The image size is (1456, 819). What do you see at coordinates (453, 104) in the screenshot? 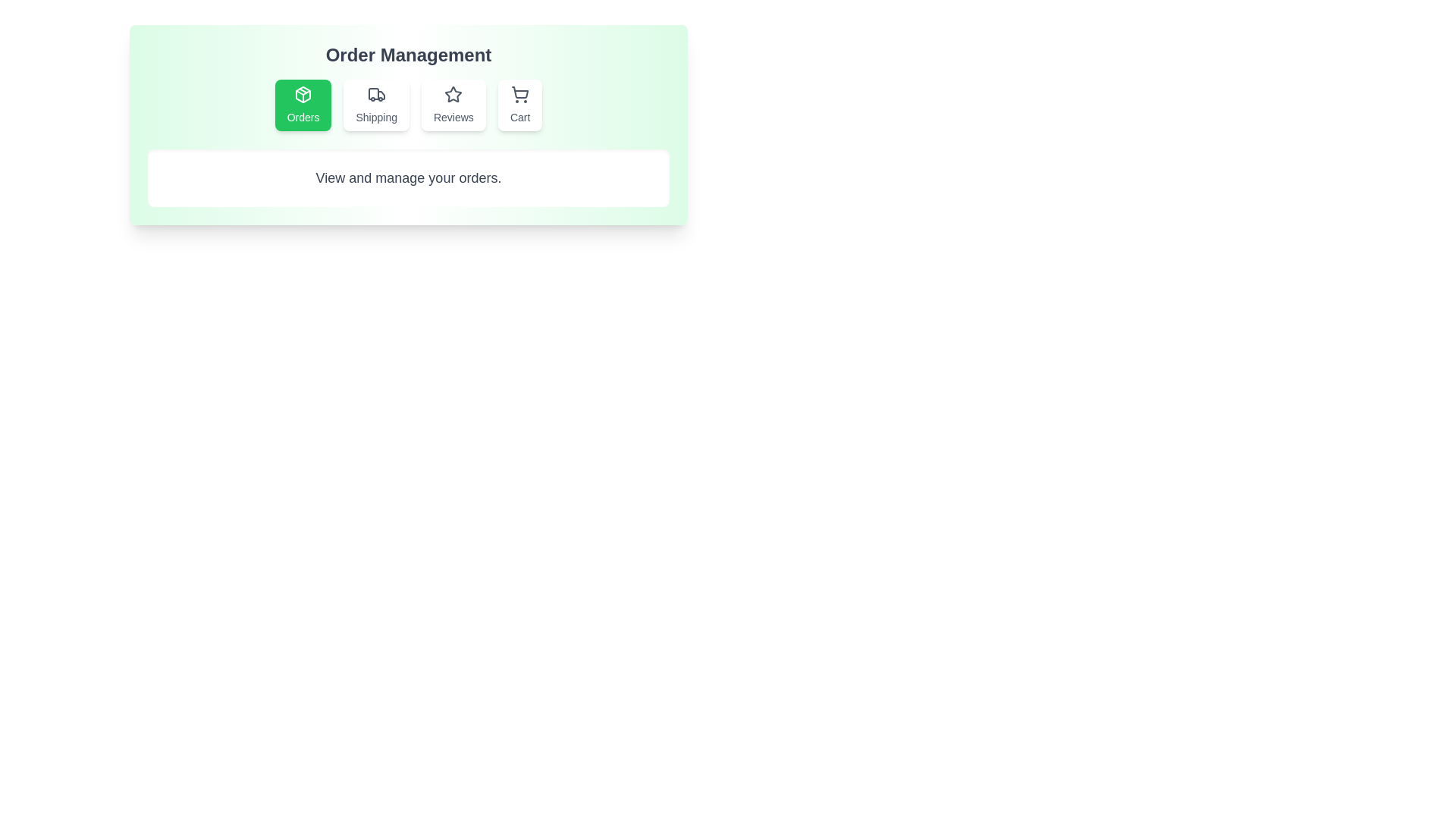
I see `the 'Reviews' button located between the 'Shipping' and 'Cart' buttons in the four-icon menu row` at bounding box center [453, 104].